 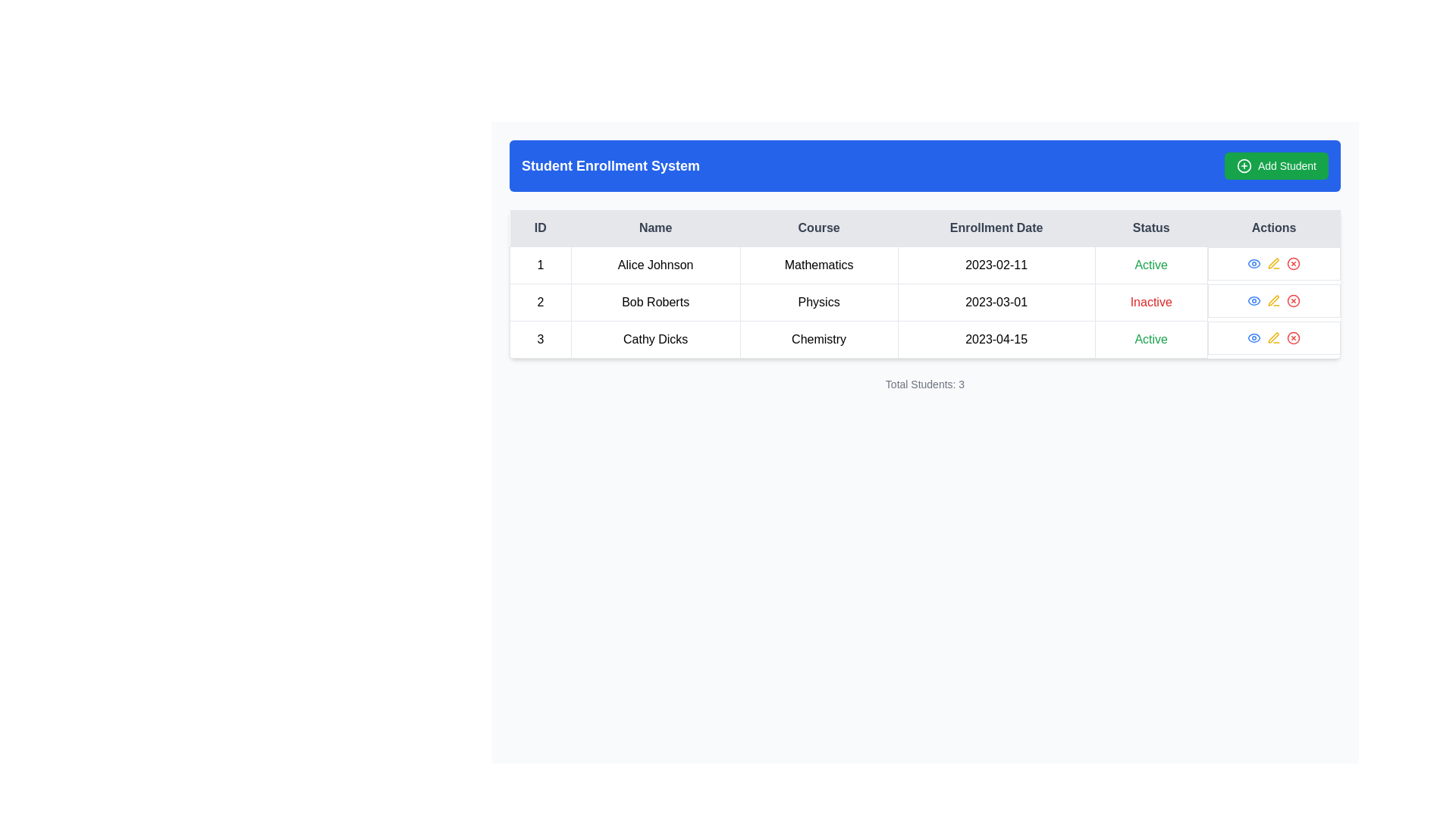 What do you see at coordinates (1274, 262) in the screenshot?
I see `the pen icon button located in the 'Actions' column of the second row to initiate editing` at bounding box center [1274, 262].